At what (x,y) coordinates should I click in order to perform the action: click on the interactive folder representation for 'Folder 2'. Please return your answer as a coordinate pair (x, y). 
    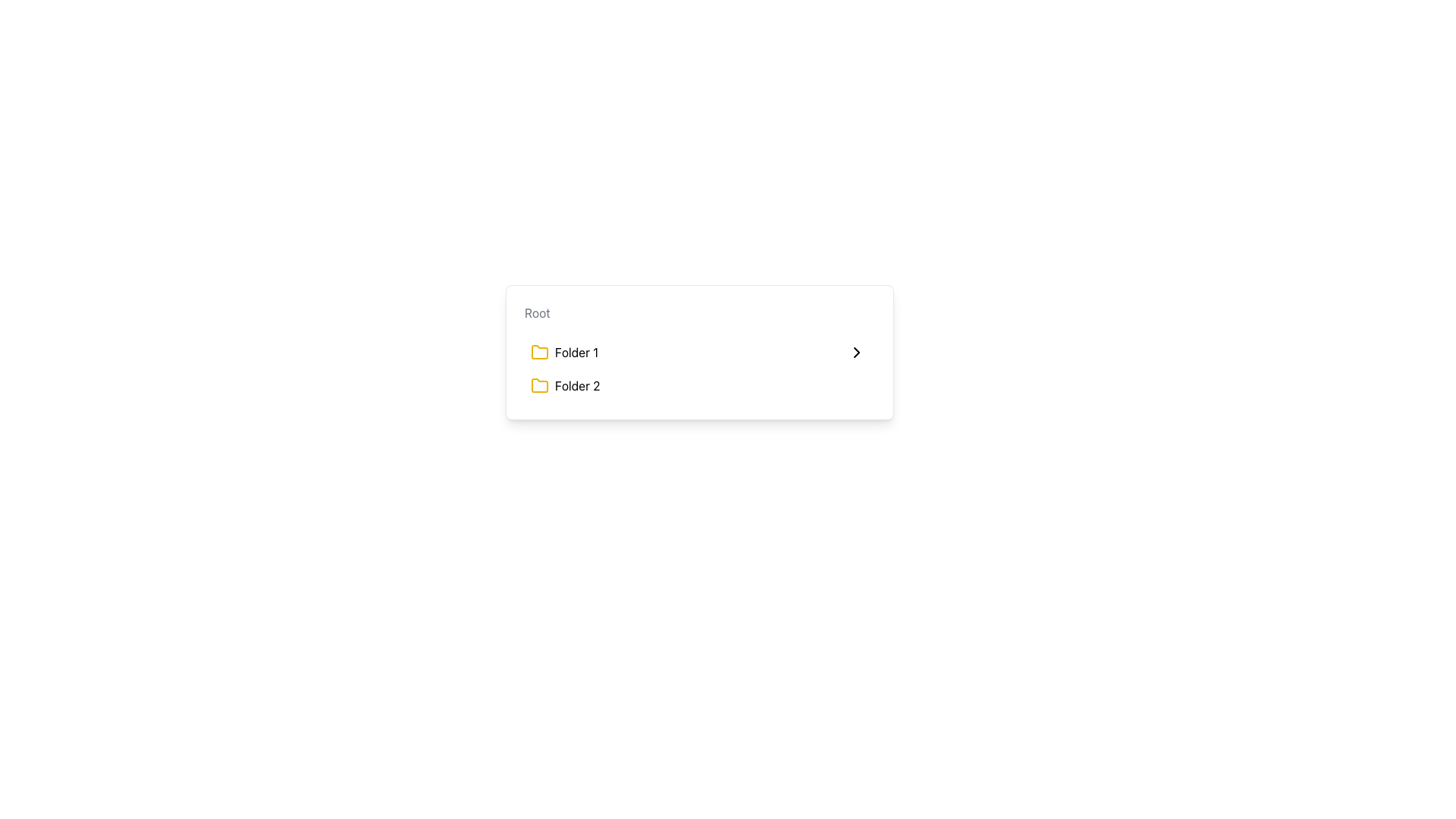
    Looking at the image, I should click on (564, 385).